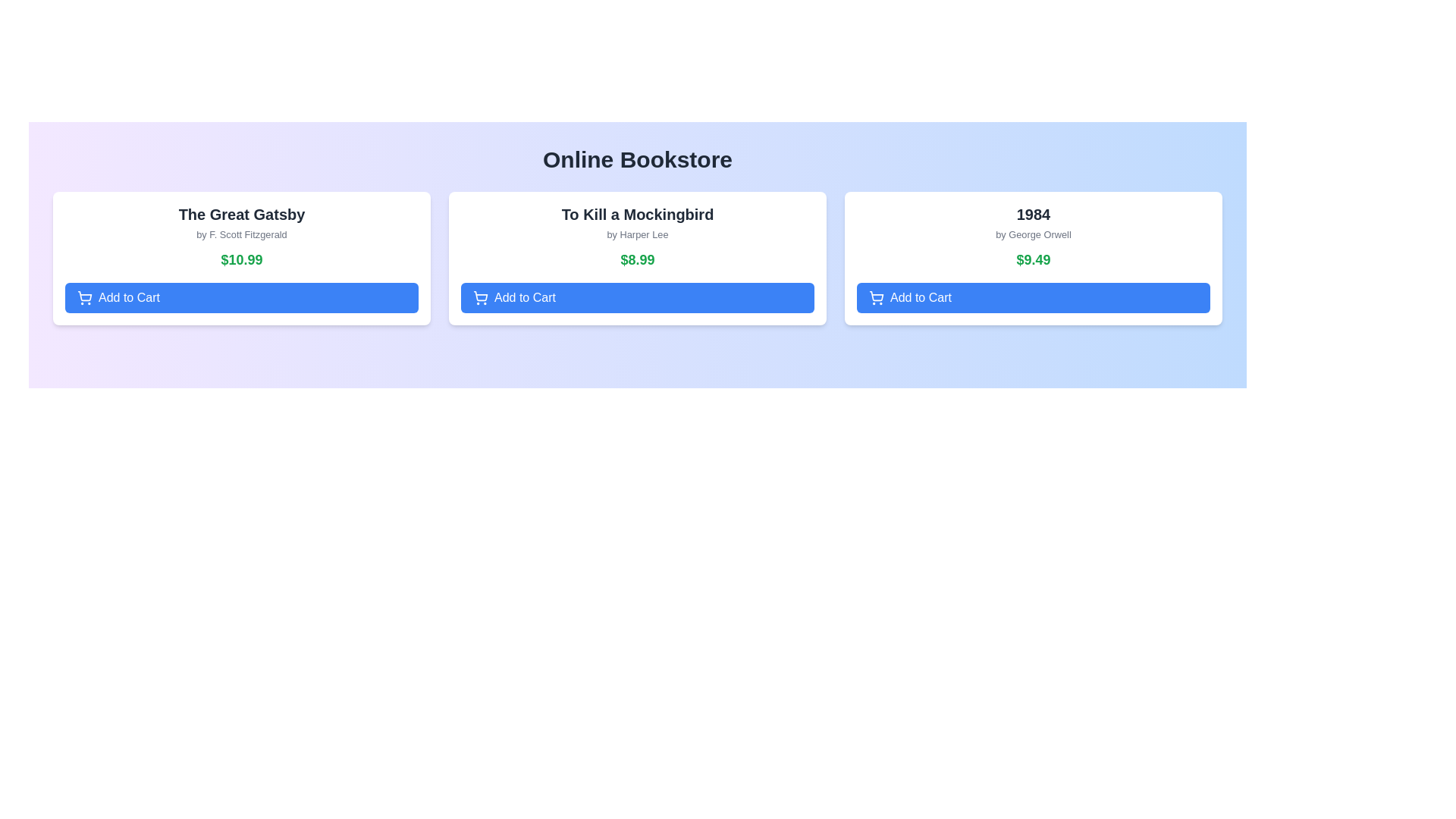 The height and width of the screenshot is (819, 1456). I want to click on the static text element that reads 'by Harper Lee', which is positioned below the title 'To Kill a Mockingbird' and above the price '$8.99', so click(637, 234).